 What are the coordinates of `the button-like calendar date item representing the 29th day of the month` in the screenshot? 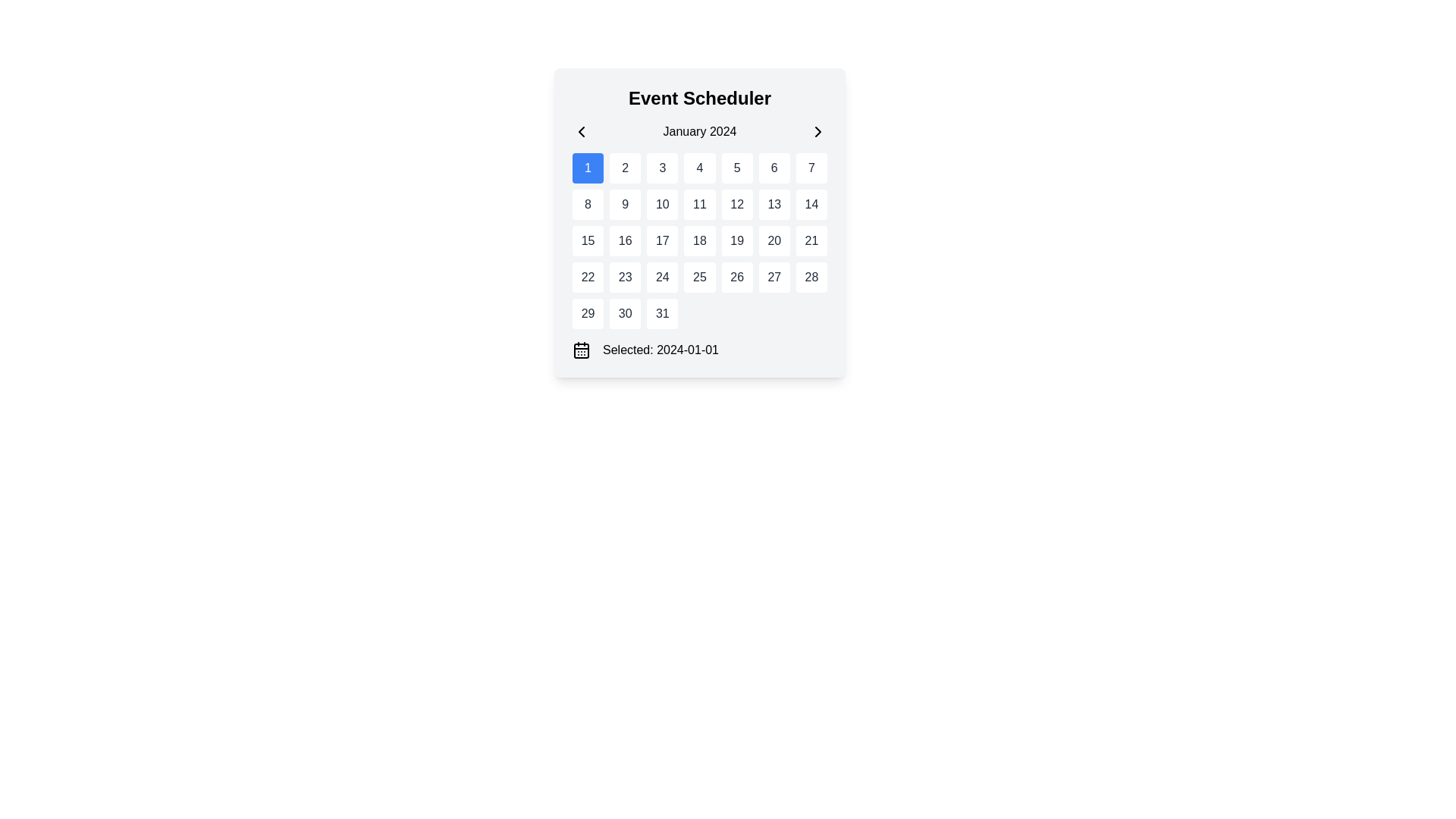 It's located at (587, 312).